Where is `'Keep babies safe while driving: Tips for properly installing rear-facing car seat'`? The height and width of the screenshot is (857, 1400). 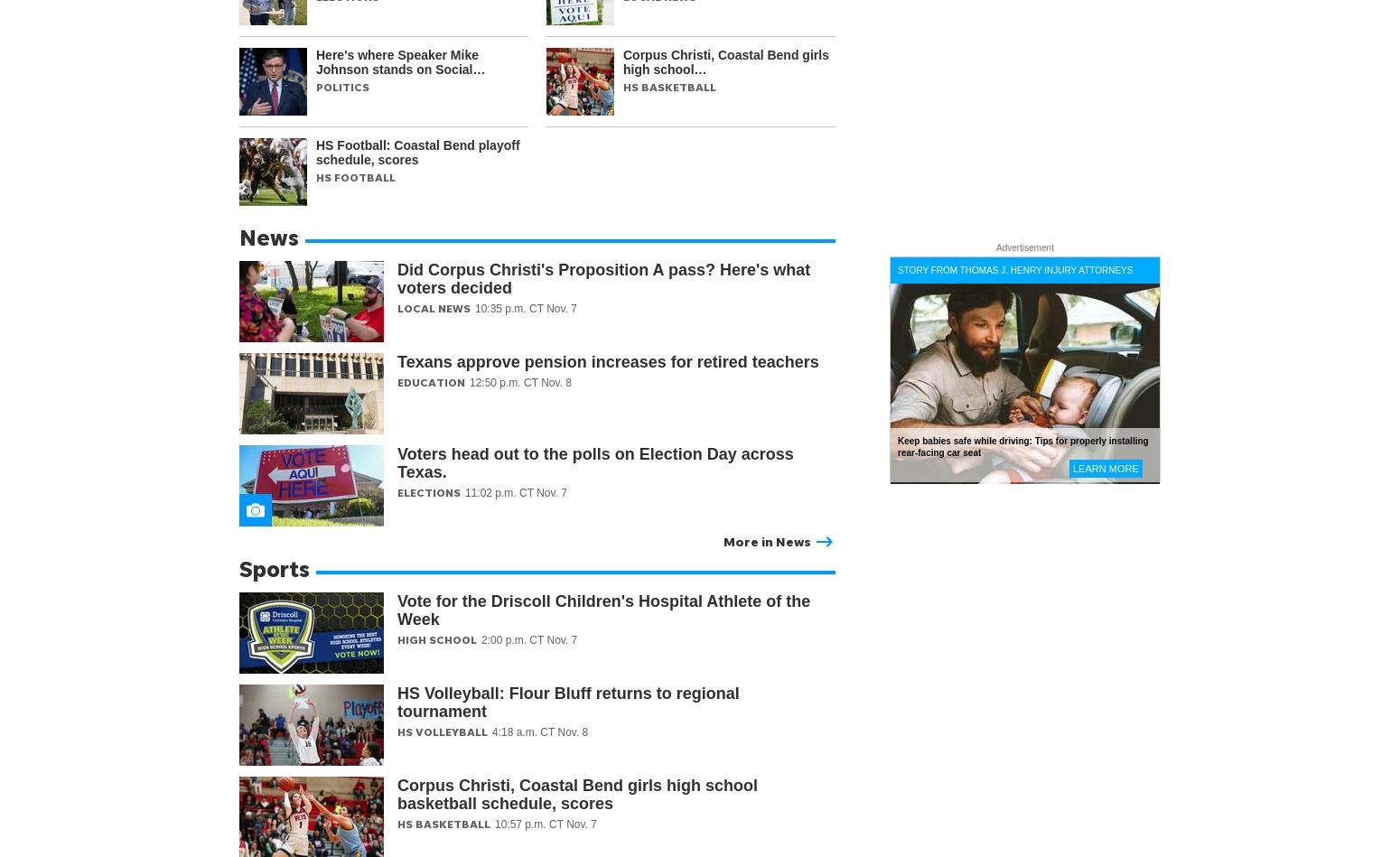
'Keep babies safe while driving: Tips for properly installing rear-facing car seat' is located at coordinates (1022, 445).